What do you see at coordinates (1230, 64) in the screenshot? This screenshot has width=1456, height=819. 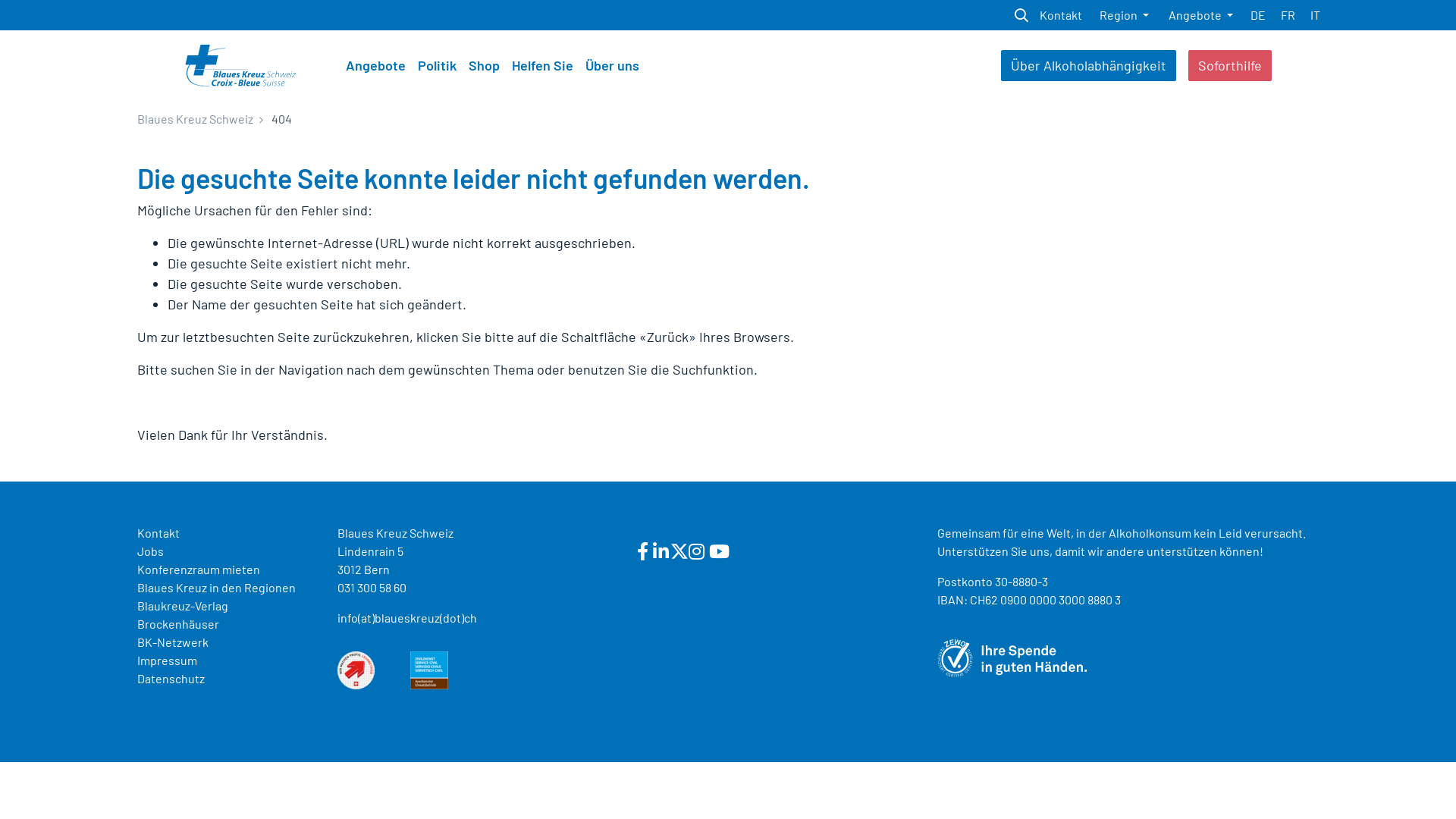 I see `'Soforthilfe'` at bounding box center [1230, 64].